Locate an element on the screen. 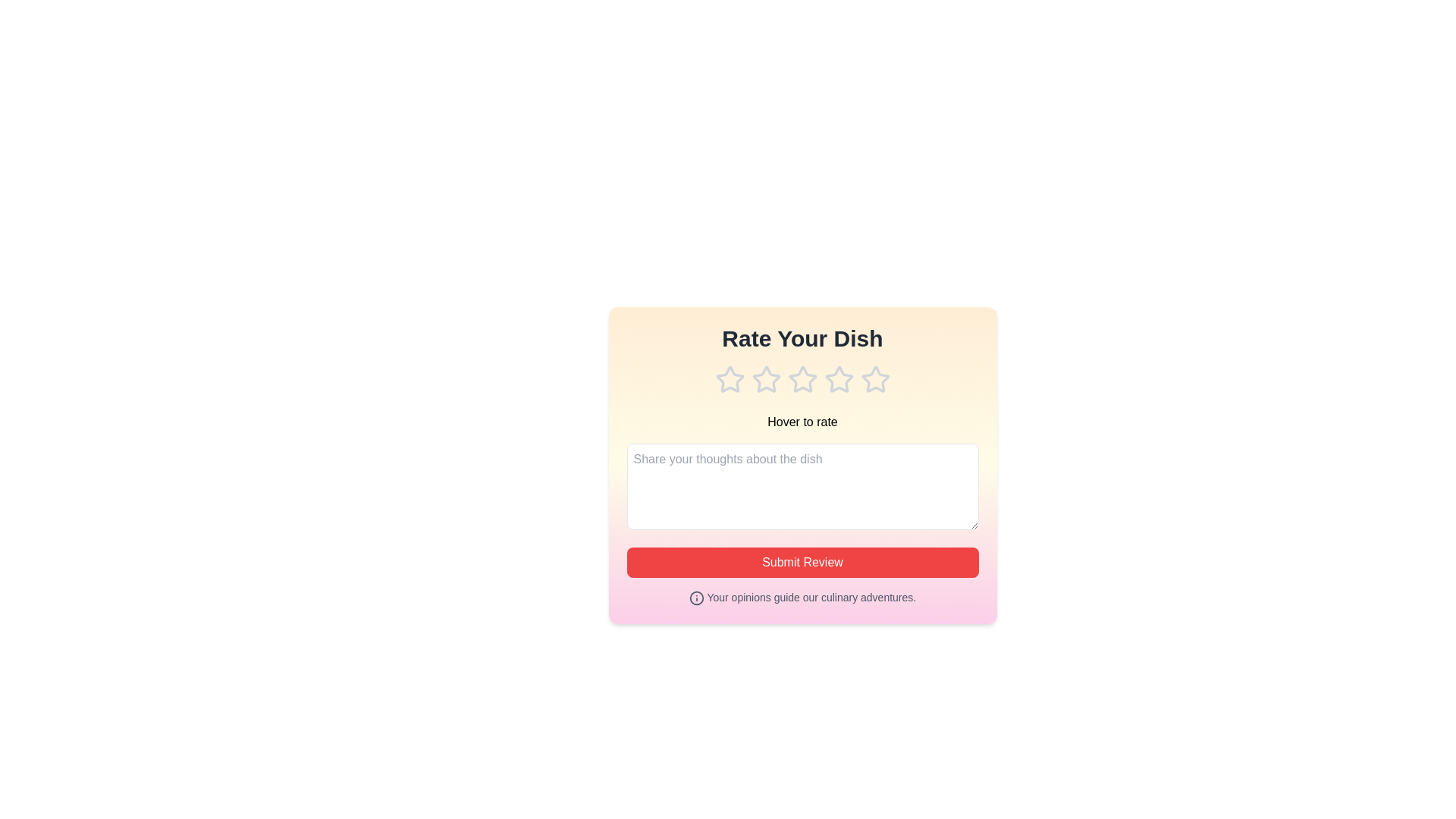  the rating to 1 stars by clicking on the corresponding star is located at coordinates (730, 379).